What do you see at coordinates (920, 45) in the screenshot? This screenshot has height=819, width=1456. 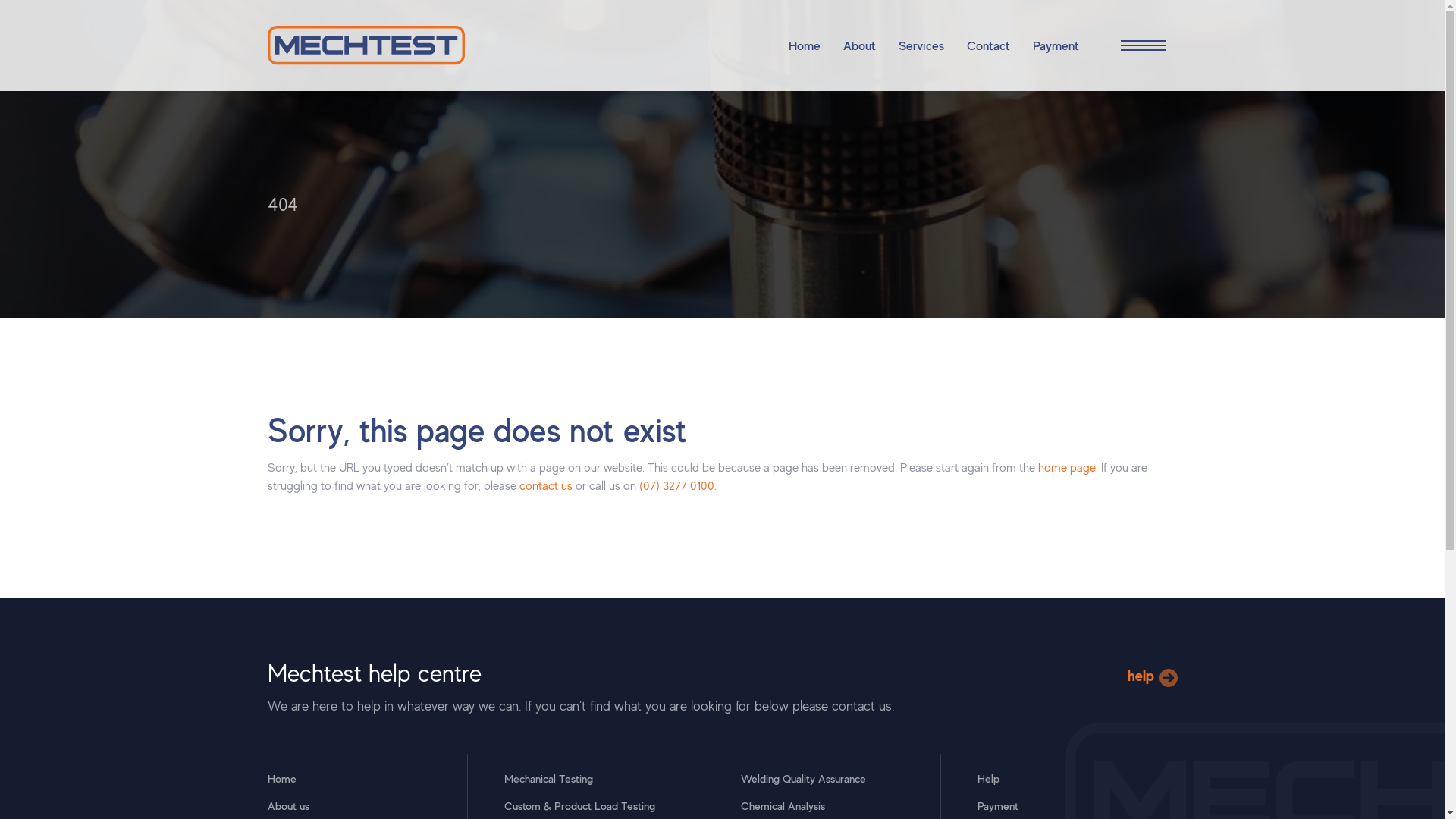 I see `'Services'` at bounding box center [920, 45].